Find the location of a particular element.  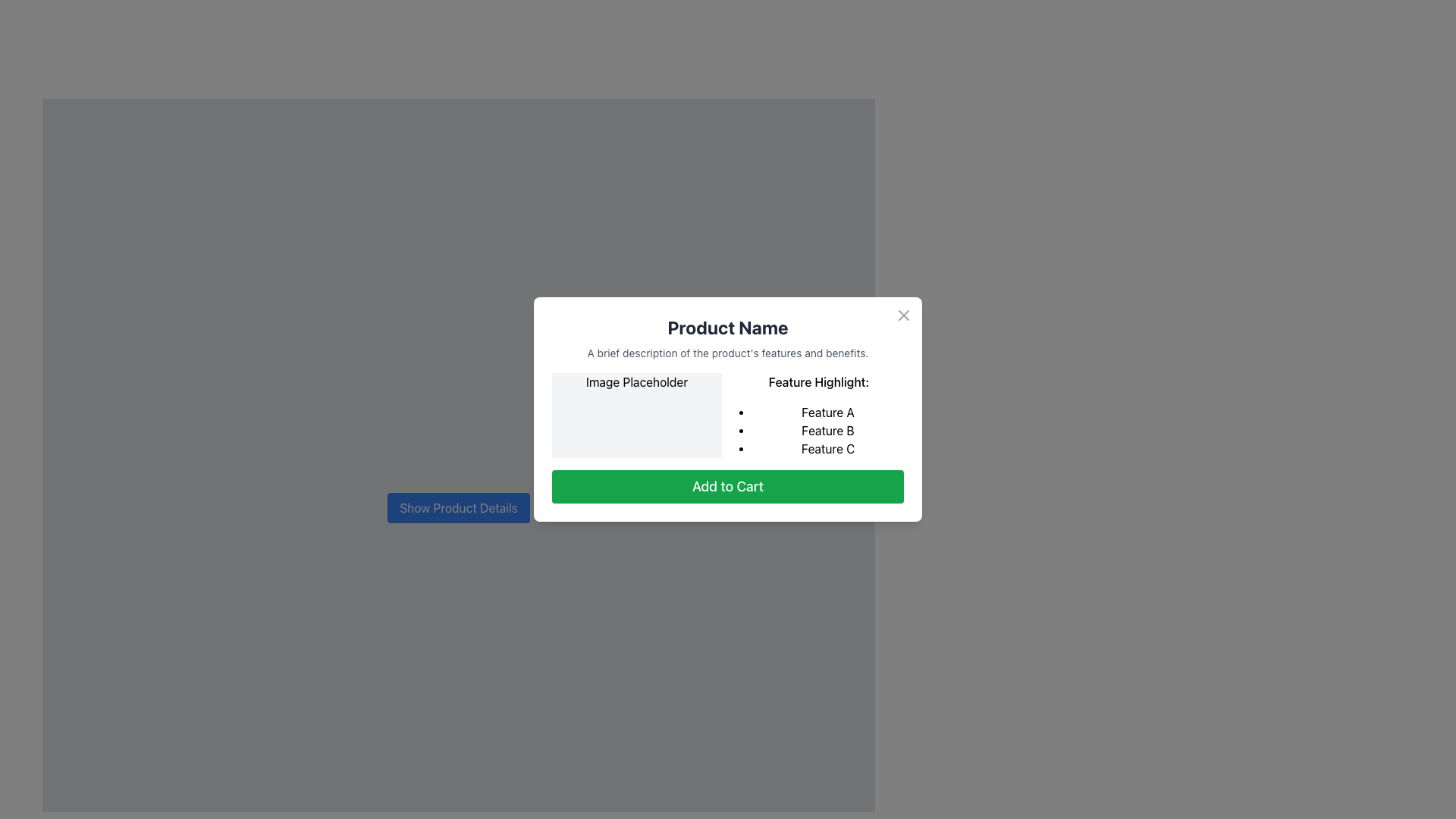

the text display with bullet points that presents key features of the product in the dialog box, positioned in the right column adjacent to the image placeholder is located at coordinates (818, 415).